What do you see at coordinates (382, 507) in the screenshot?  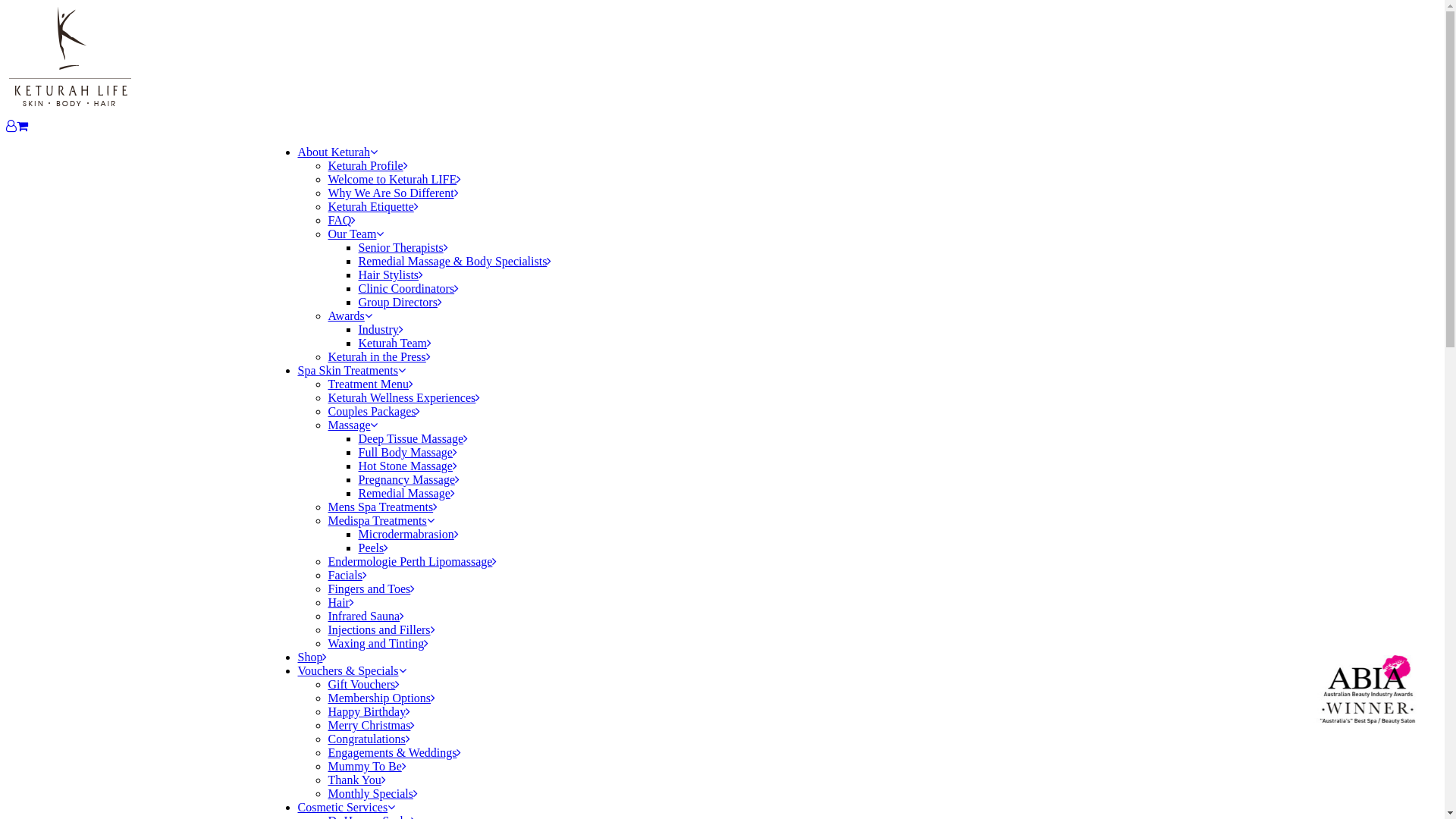 I see `'Mens Spa Treatments'` at bounding box center [382, 507].